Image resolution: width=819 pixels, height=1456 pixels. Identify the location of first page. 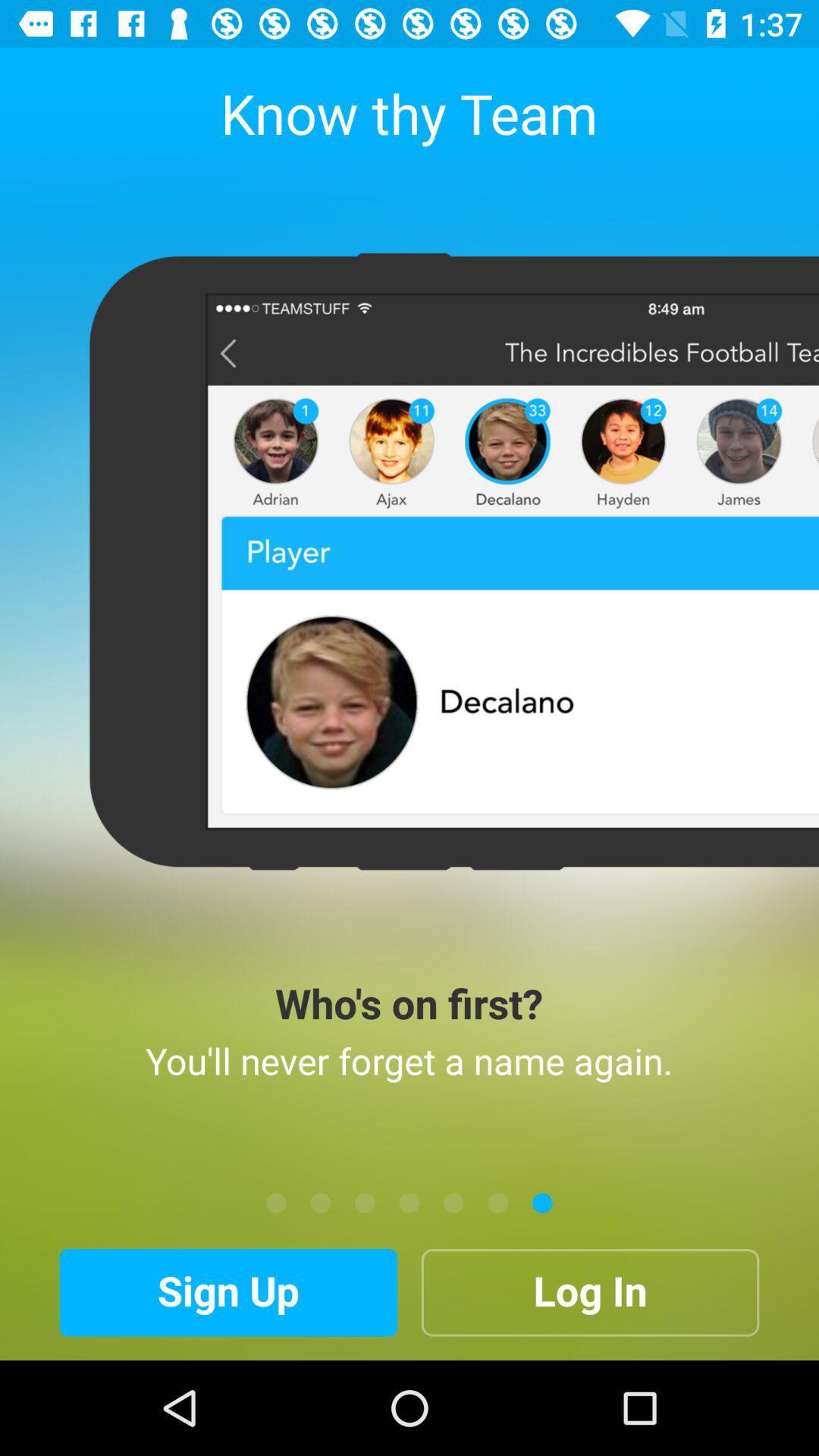
(276, 1202).